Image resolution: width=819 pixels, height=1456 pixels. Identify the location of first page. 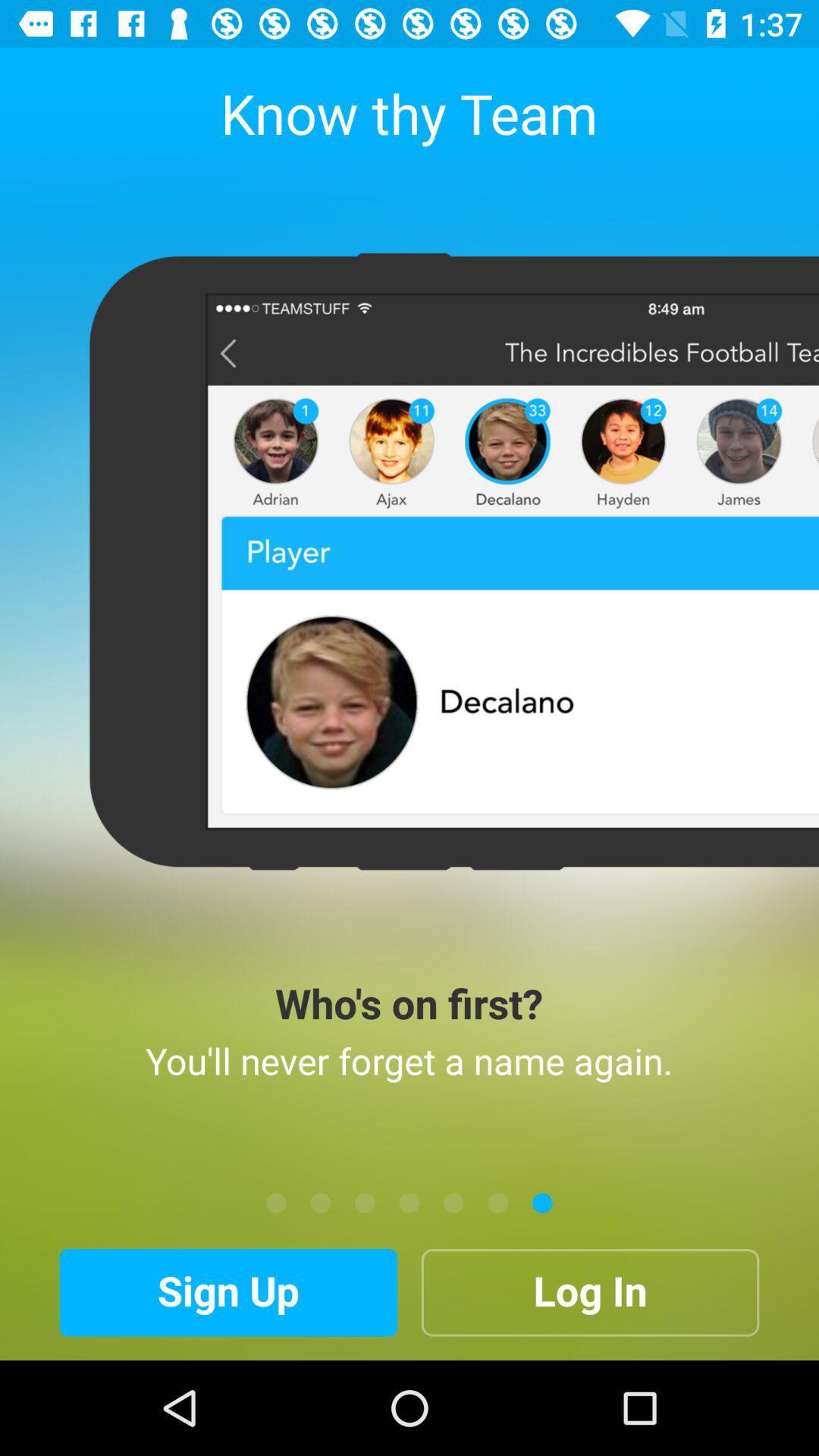
(276, 1202).